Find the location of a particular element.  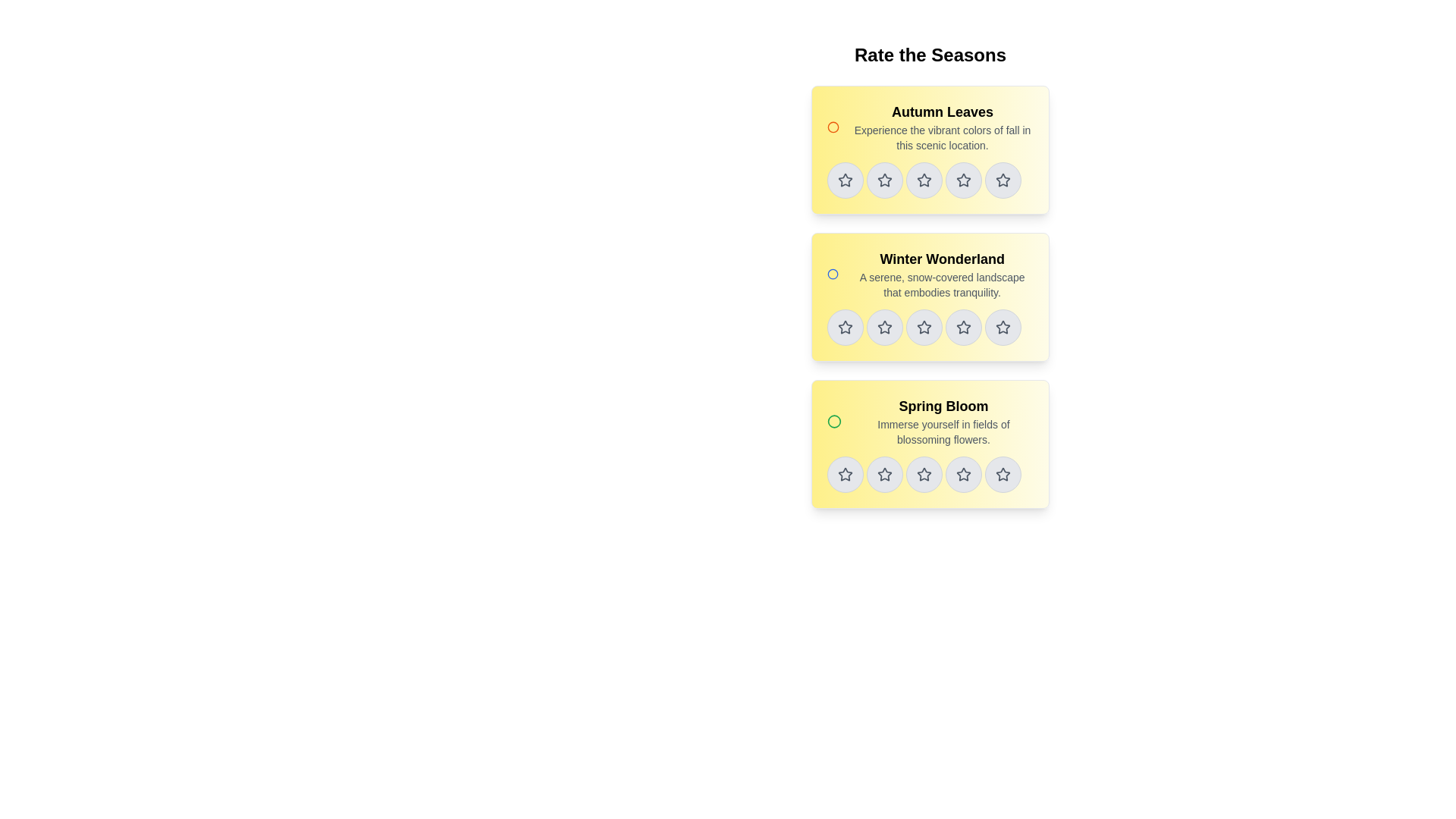

the second star icon in the rating row for the 'Winter Wonderland' section is located at coordinates (844, 326).